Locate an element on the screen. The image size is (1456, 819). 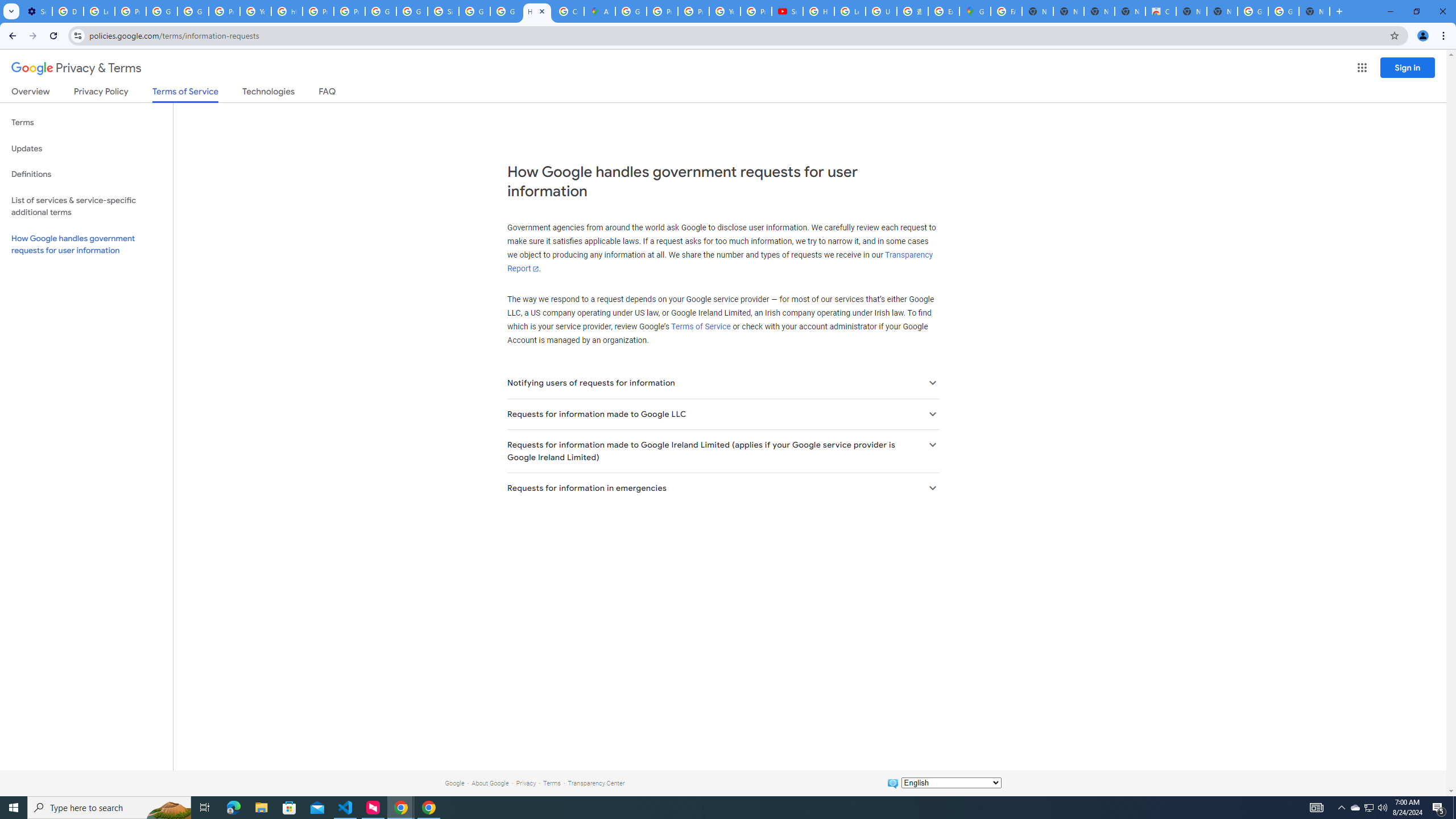
'Explore new street-level details - Google Maps Help' is located at coordinates (943, 11).